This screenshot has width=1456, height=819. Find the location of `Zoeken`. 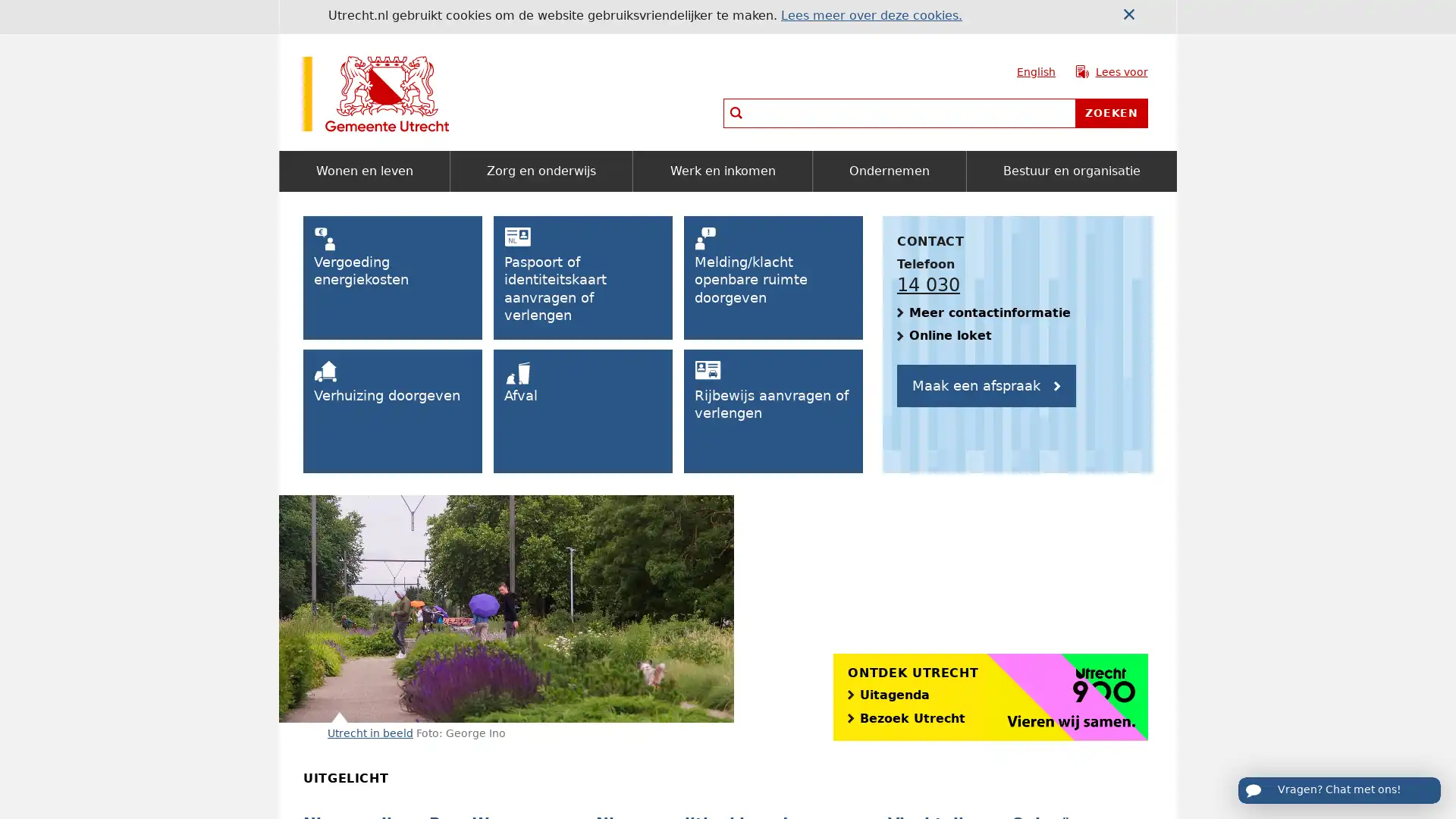

Zoeken is located at coordinates (1111, 112).